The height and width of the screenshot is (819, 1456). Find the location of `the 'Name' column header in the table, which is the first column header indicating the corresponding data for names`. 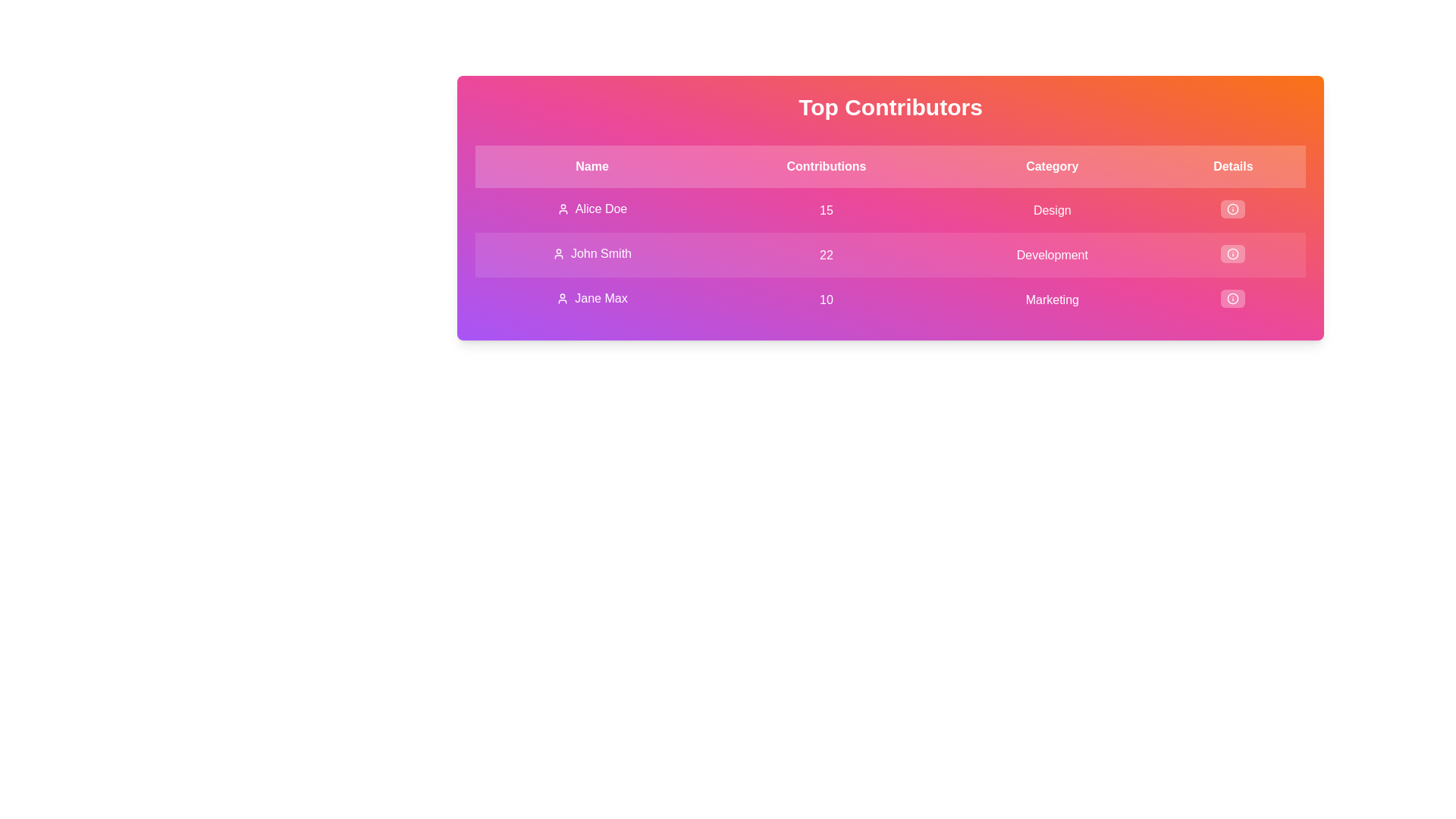

the 'Name' column header in the table, which is the first column header indicating the corresponding data for names is located at coordinates (591, 166).